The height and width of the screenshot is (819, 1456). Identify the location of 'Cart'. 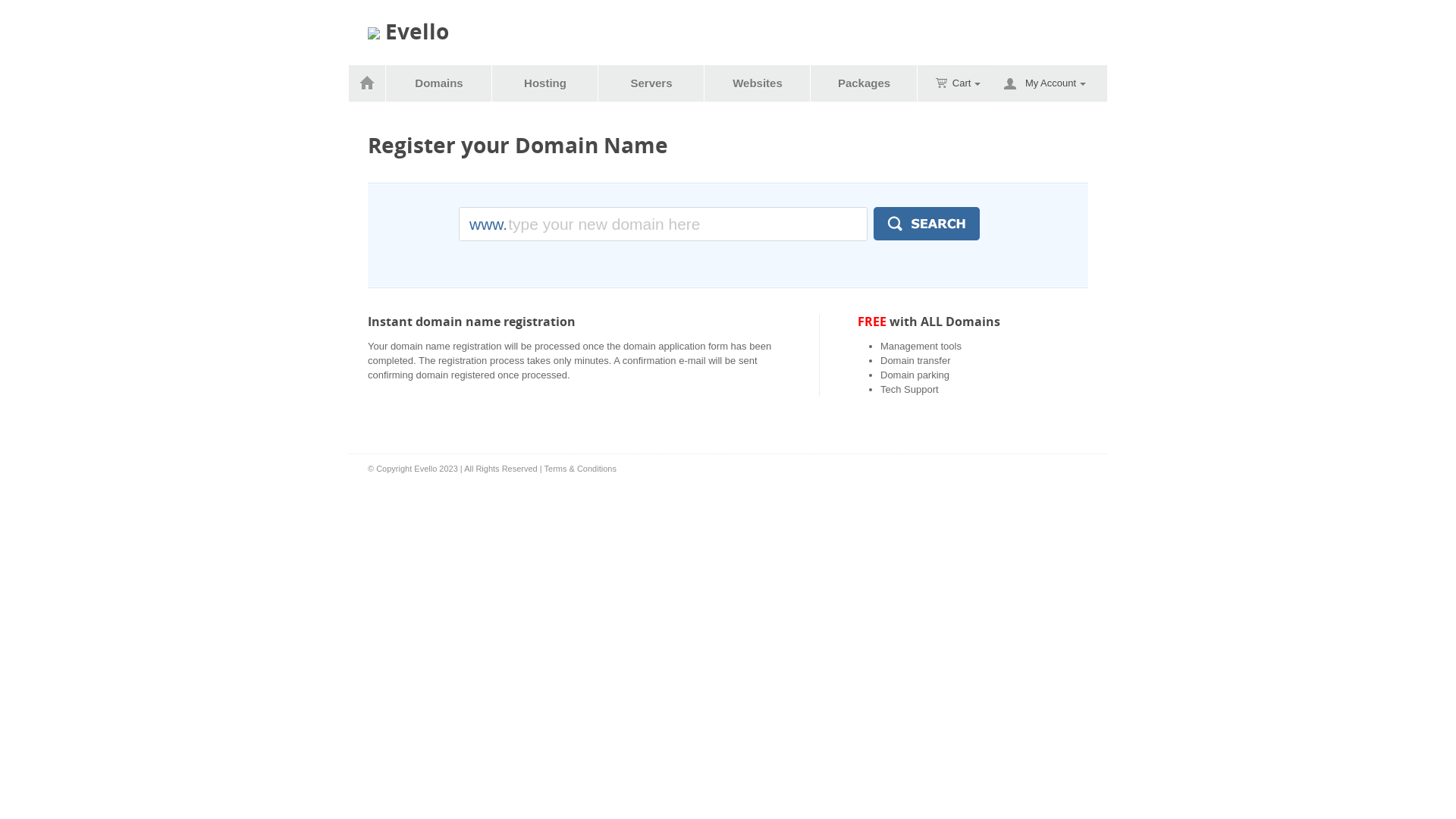
(926, 83).